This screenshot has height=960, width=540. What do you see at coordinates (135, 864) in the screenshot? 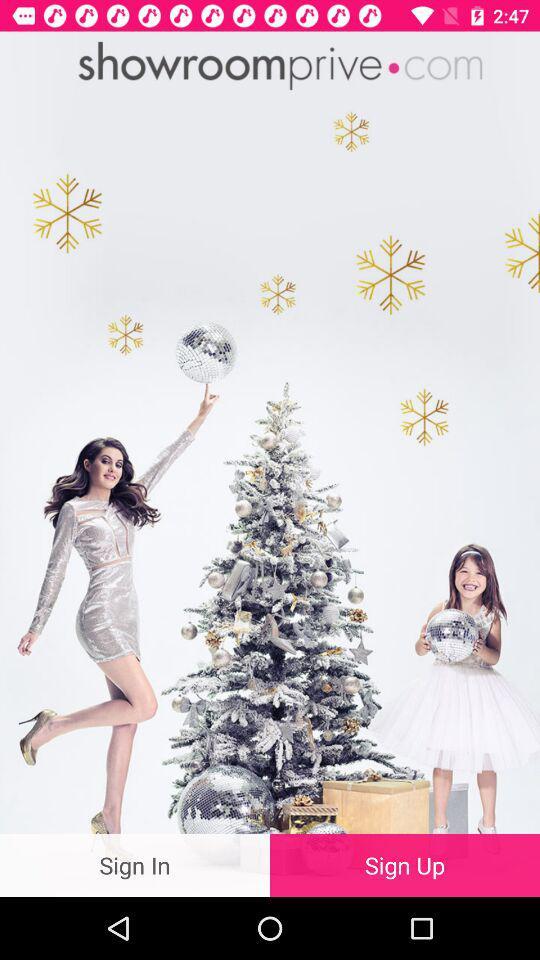
I see `the item at the bottom left corner` at bounding box center [135, 864].